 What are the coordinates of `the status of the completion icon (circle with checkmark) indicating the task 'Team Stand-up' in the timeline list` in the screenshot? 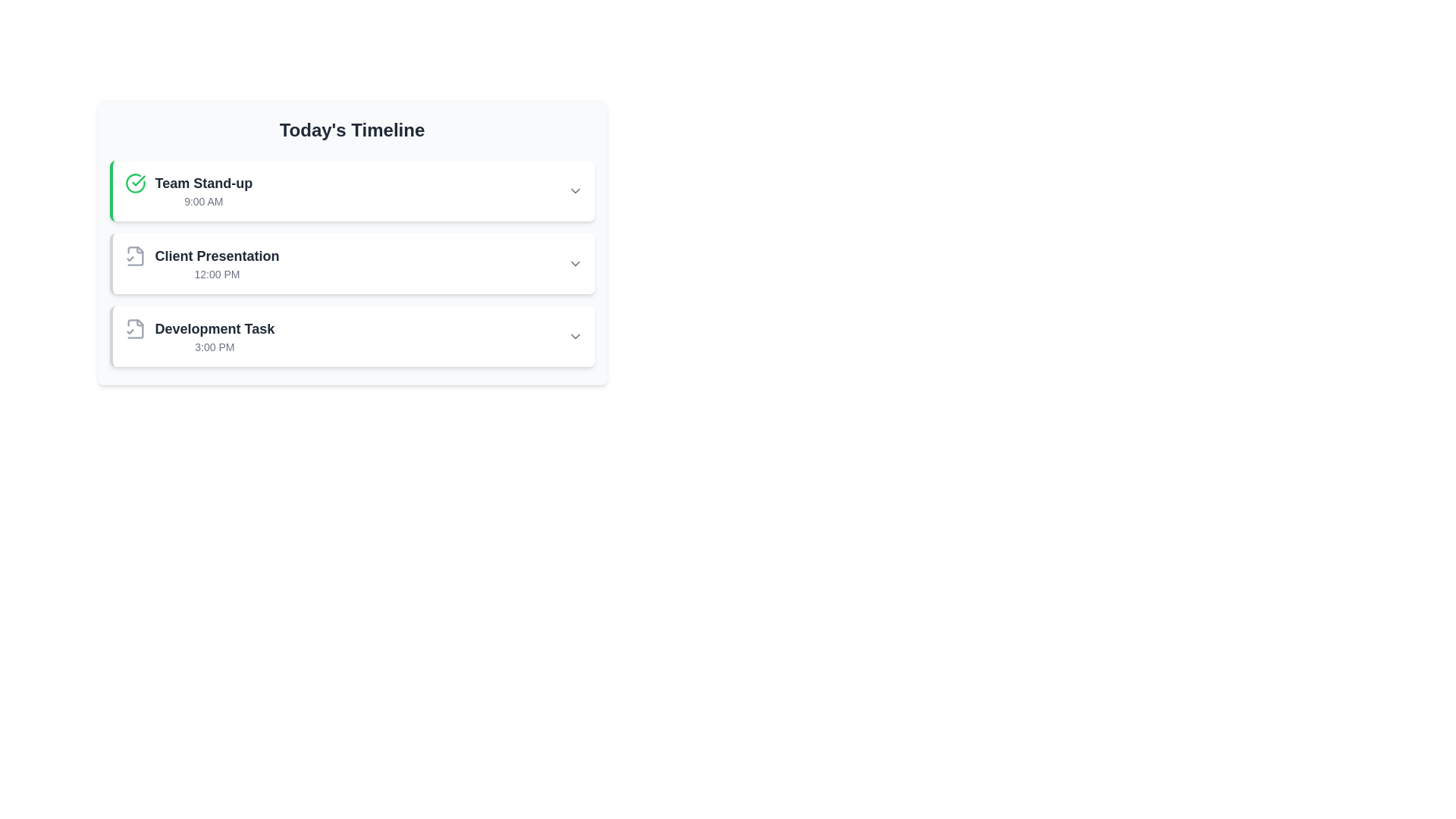 It's located at (135, 183).